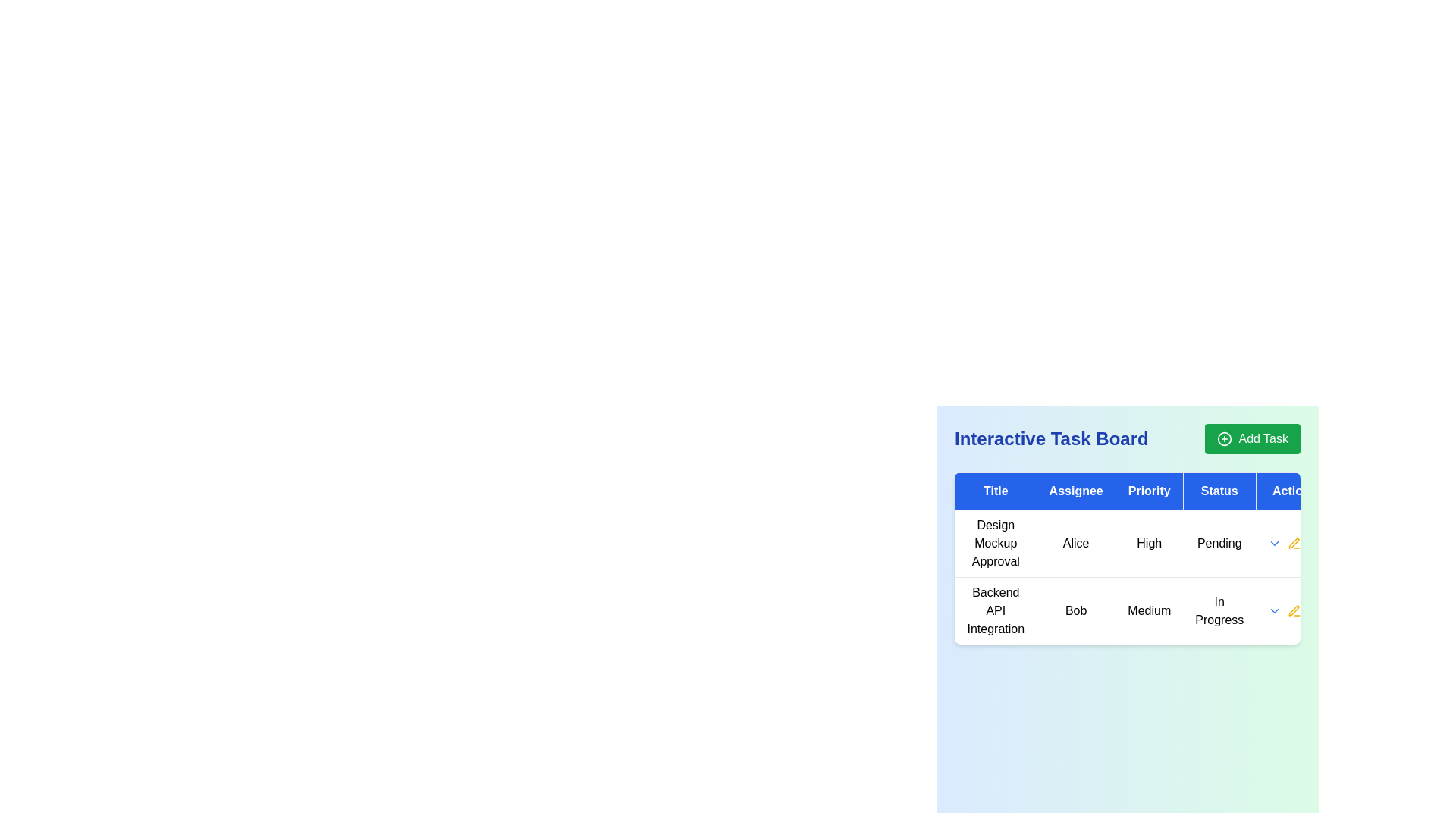  I want to click on the dropdown menu indicator icon button located in the second row of the table under the 'Action' column, so click(1274, 610).